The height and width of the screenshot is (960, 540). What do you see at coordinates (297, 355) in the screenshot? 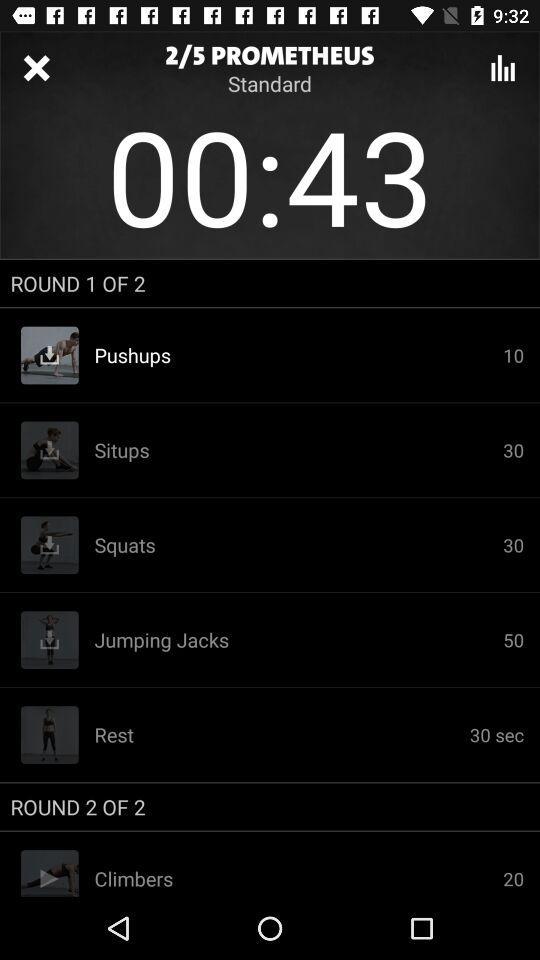
I see `the pushups icon` at bounding box center [297, 355].